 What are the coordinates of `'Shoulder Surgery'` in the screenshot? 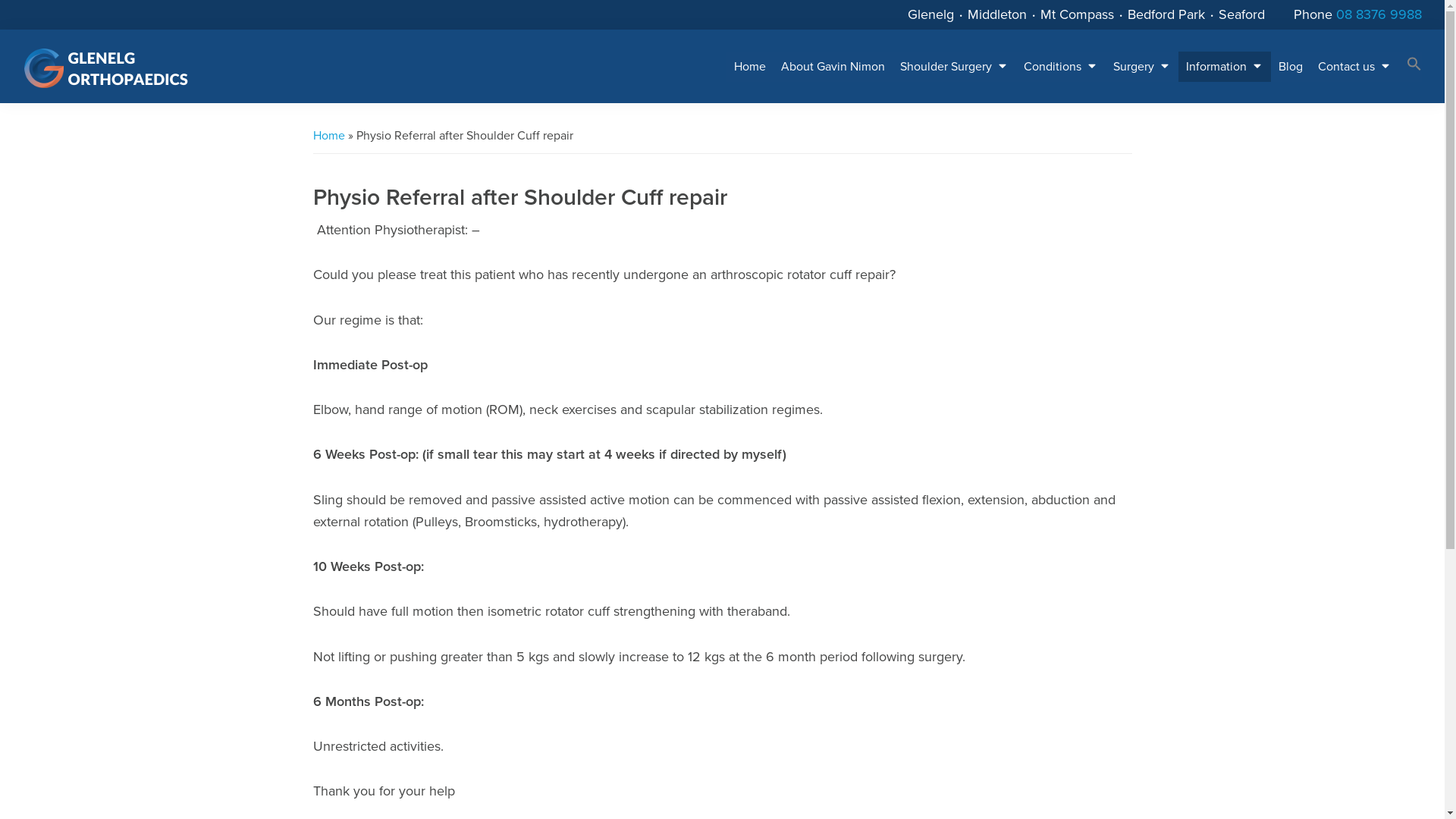 It's located at (892, 66).